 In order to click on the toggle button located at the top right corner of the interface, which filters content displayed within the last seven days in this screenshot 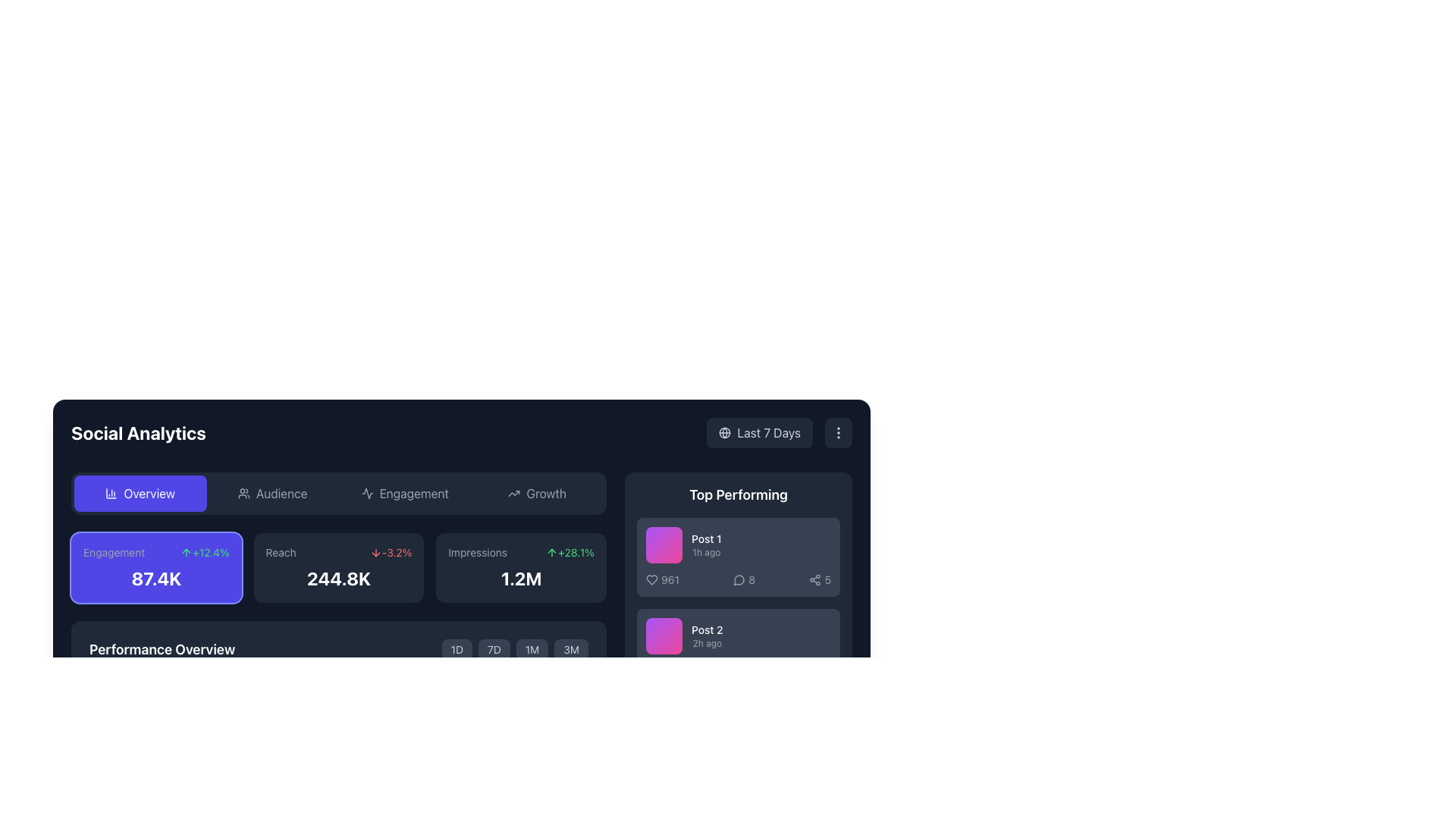, I will do `click(760, 432)`.